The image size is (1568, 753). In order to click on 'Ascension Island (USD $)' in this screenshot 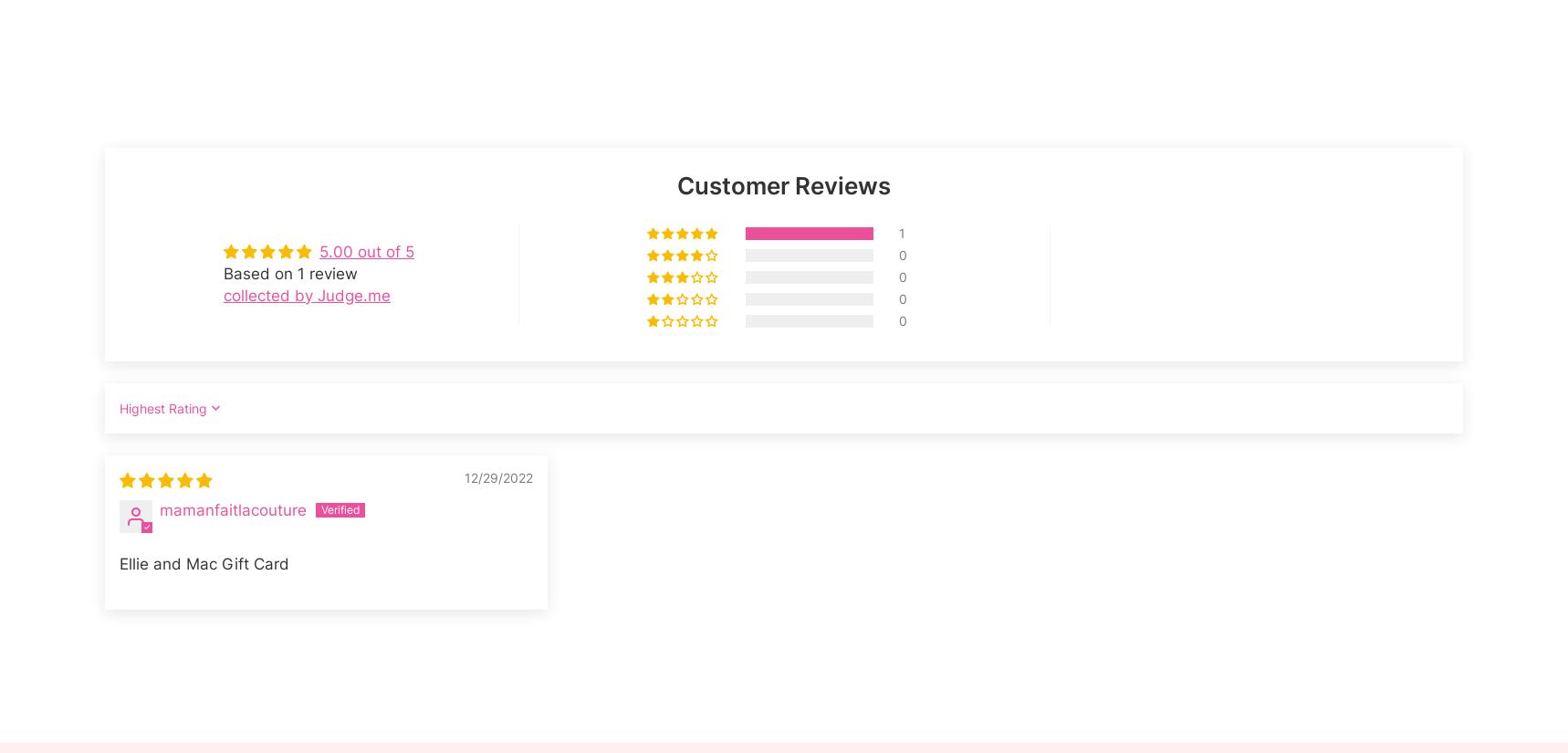, I will do `click(183, 350)`.